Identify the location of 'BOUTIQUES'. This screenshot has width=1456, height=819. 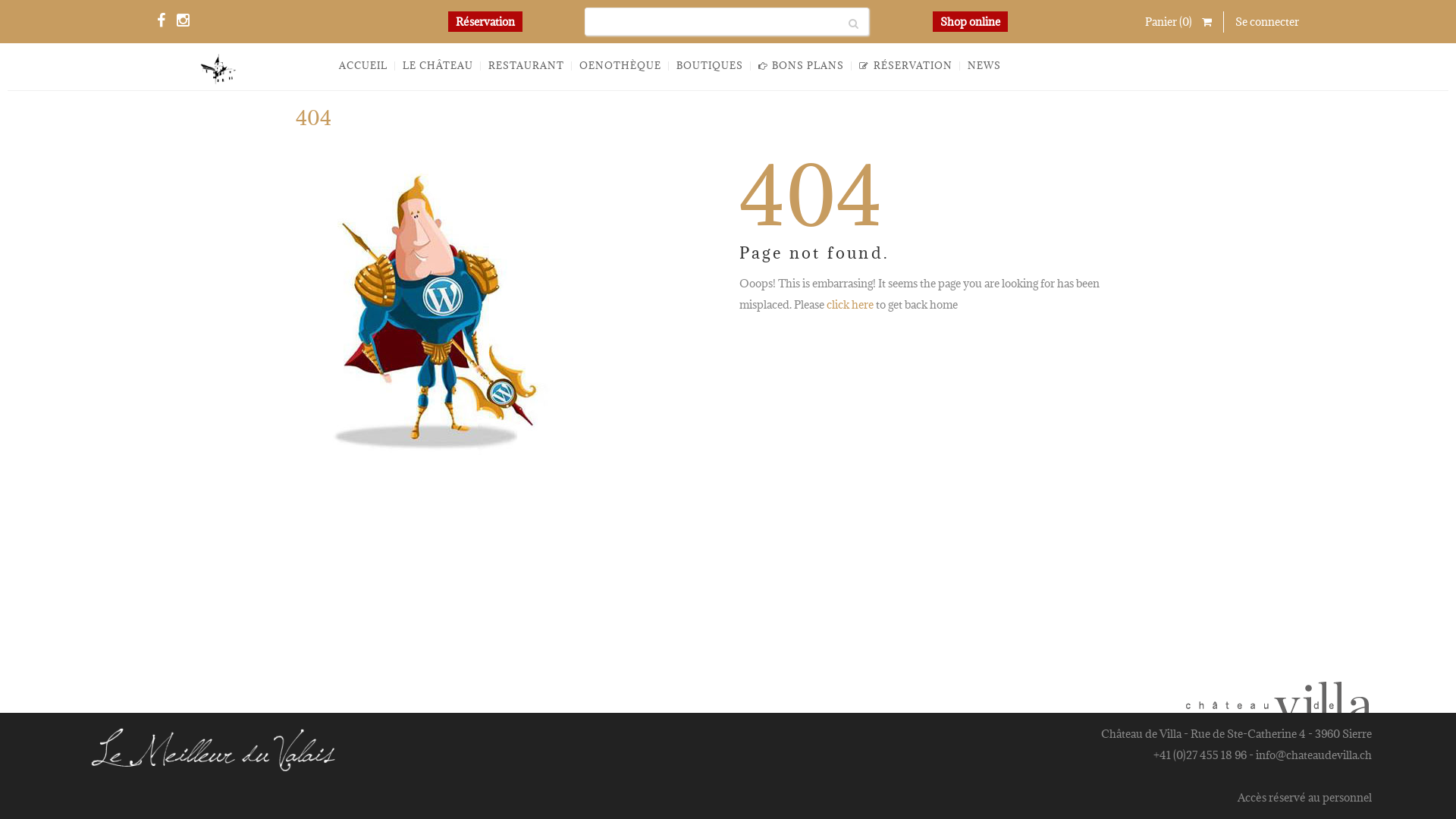
(709, 65).